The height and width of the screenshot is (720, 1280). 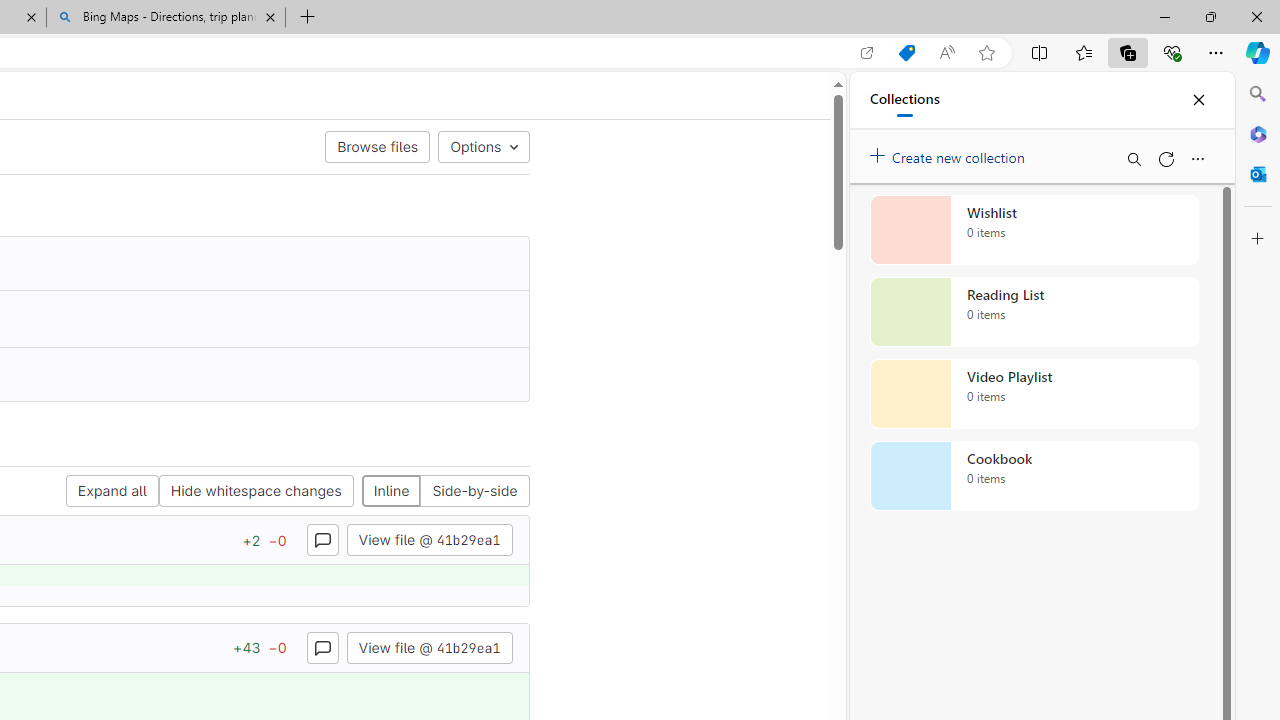 I want to click on 'More options menu', so click(x=1197, y=158).